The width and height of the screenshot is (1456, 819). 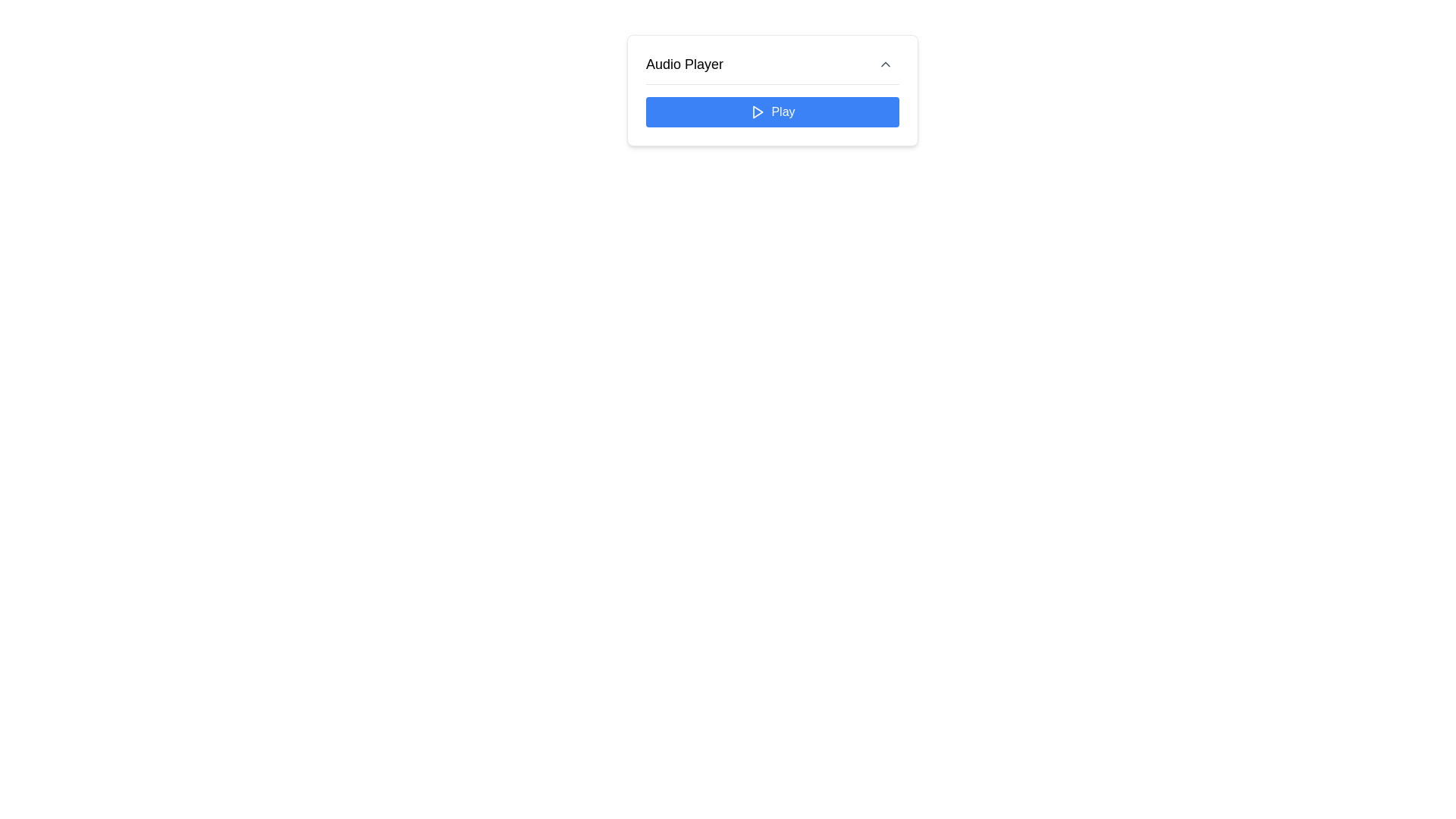 What do you see at coordinates (772, 111) in the screenshot?
I see `the audio playback button located below the 'Audio Player' header, which is the only interactive element in the area` at bounding box center [772, 111].